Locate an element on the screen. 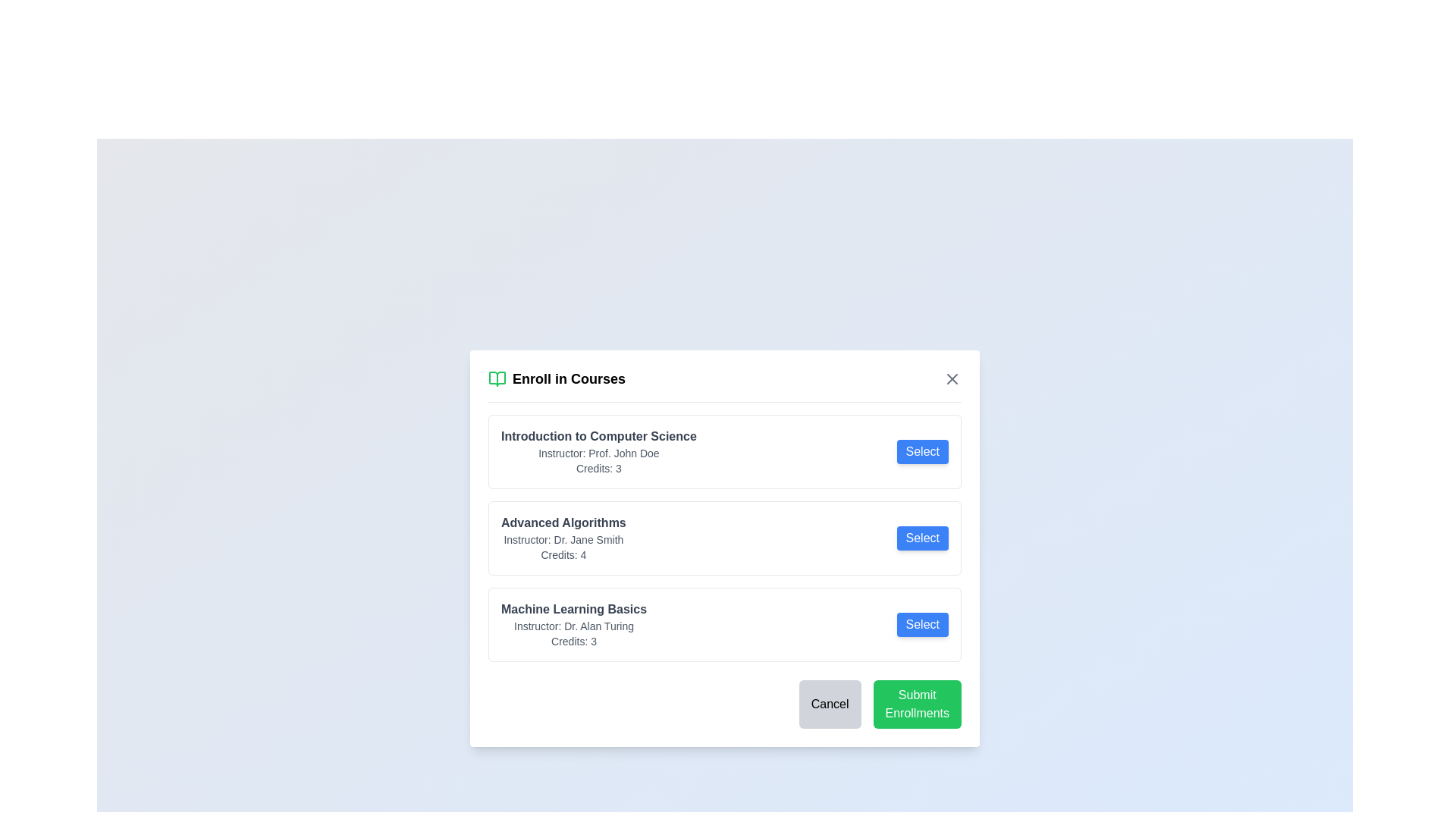  the static text element displaying 'Credits: 3', which is located below the instructor details in the card group for the course 'Introduction to Computer Science' is located at coordinates (598, 467).